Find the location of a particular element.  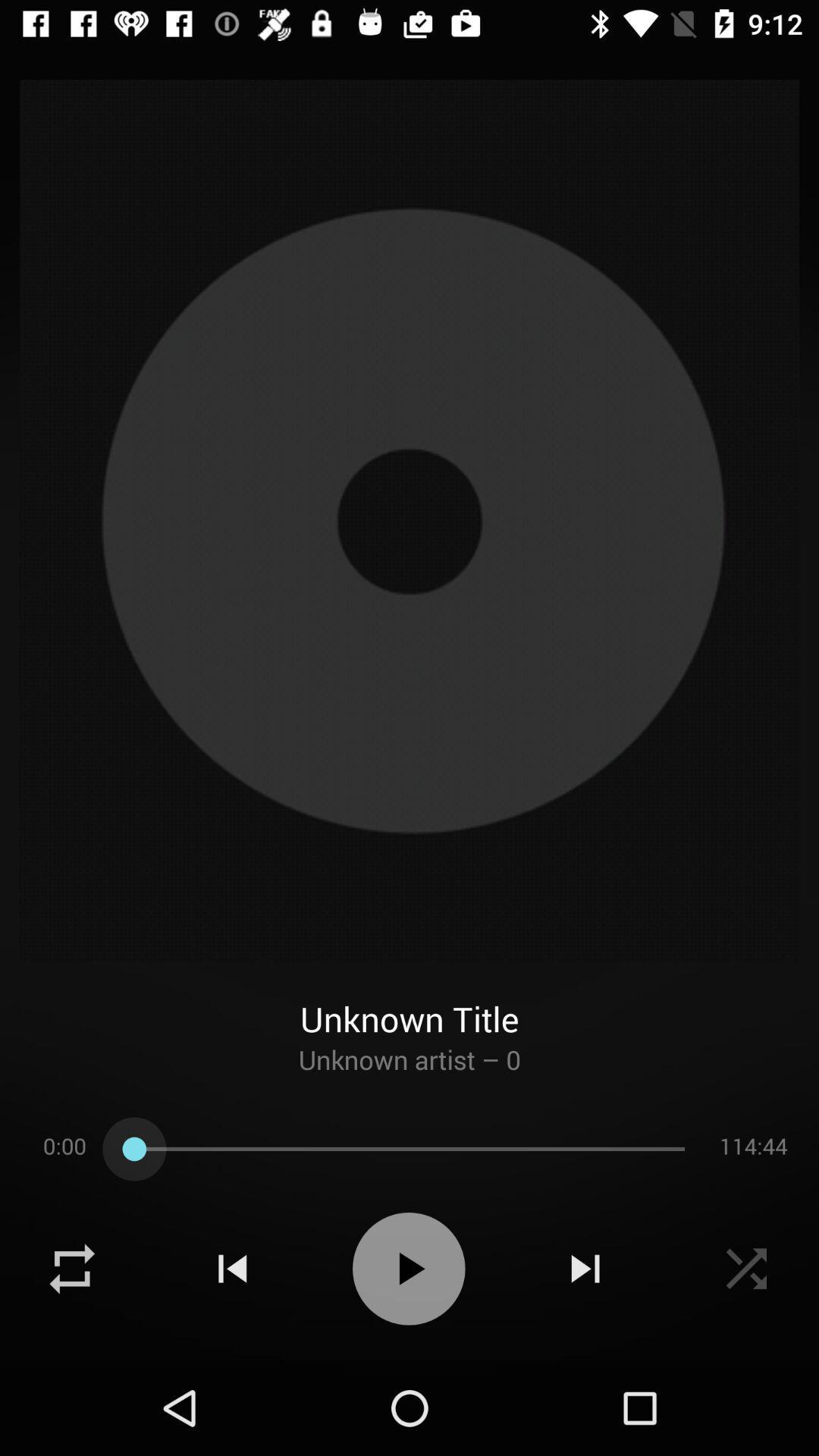

audio file is located at coordinates (408, 1269).